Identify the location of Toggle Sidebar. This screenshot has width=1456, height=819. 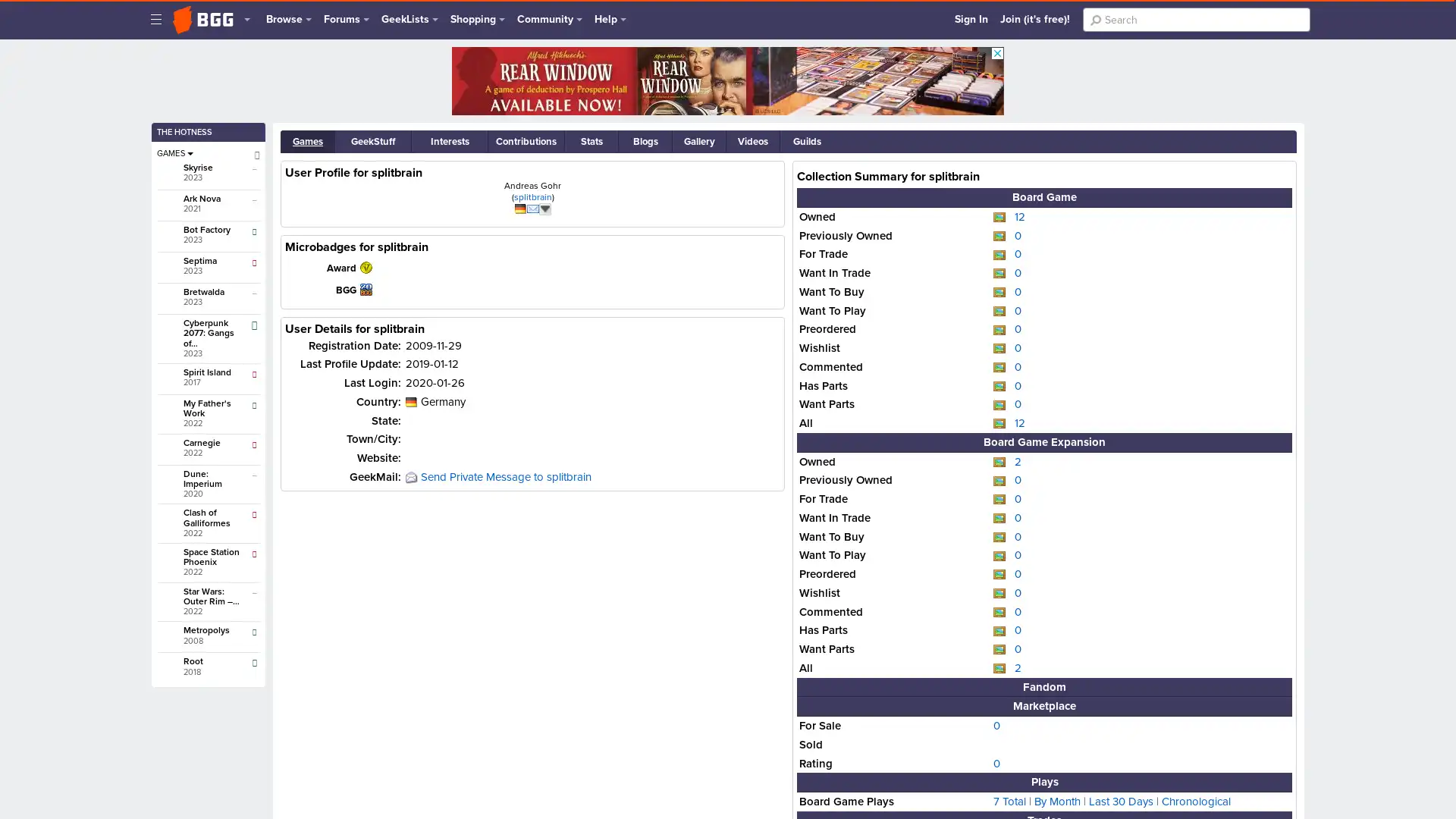
(156, 19).